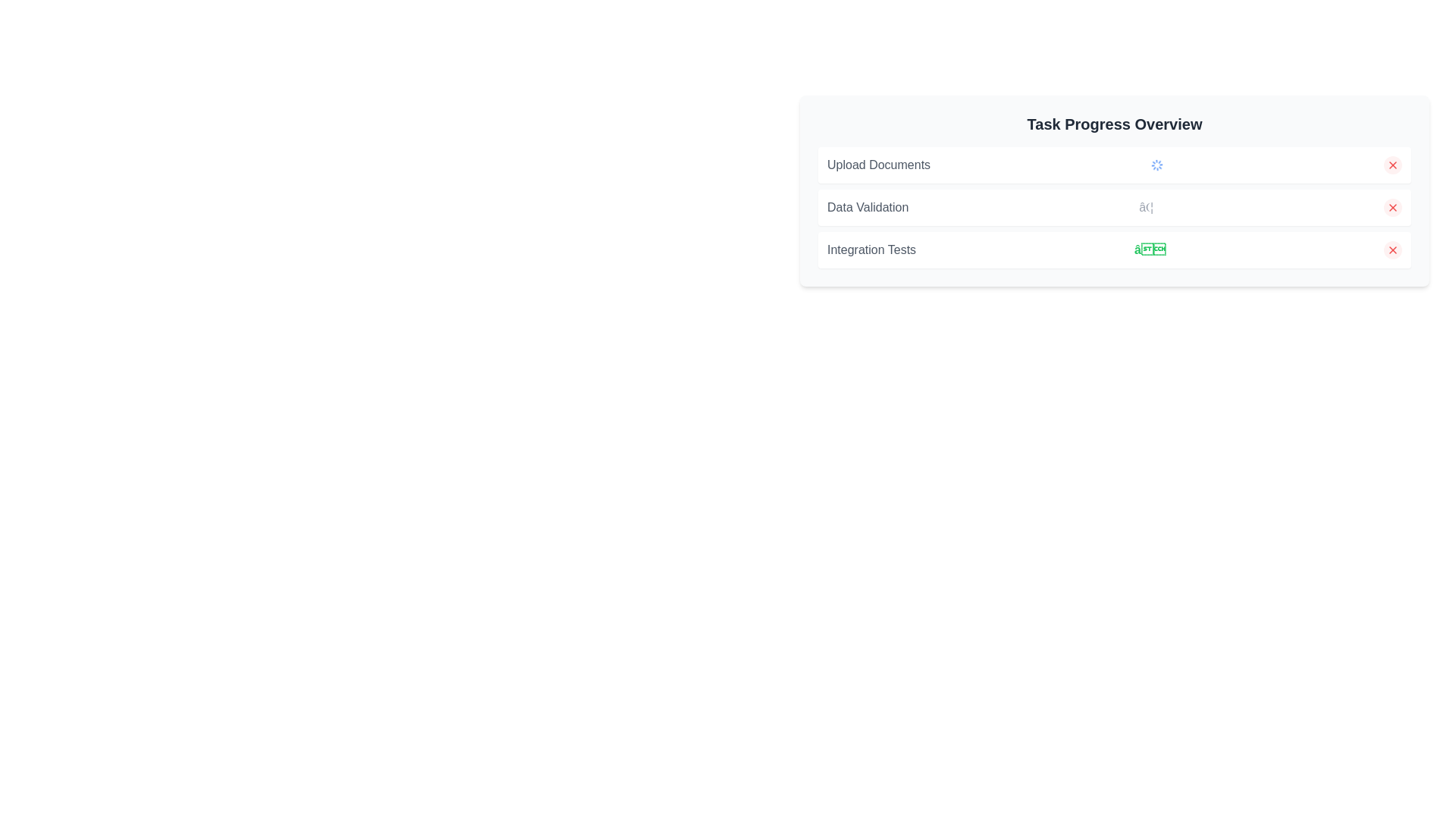 The image size is (1456, 819). What do you see at coordinates (1393, 249) in the screenshot?
I see `the circular button with a light-red background and a red 'X' icon, located at the far right of the 'Integration Tests' row, to trigger hover effects` at bounding box center [1393, 249].